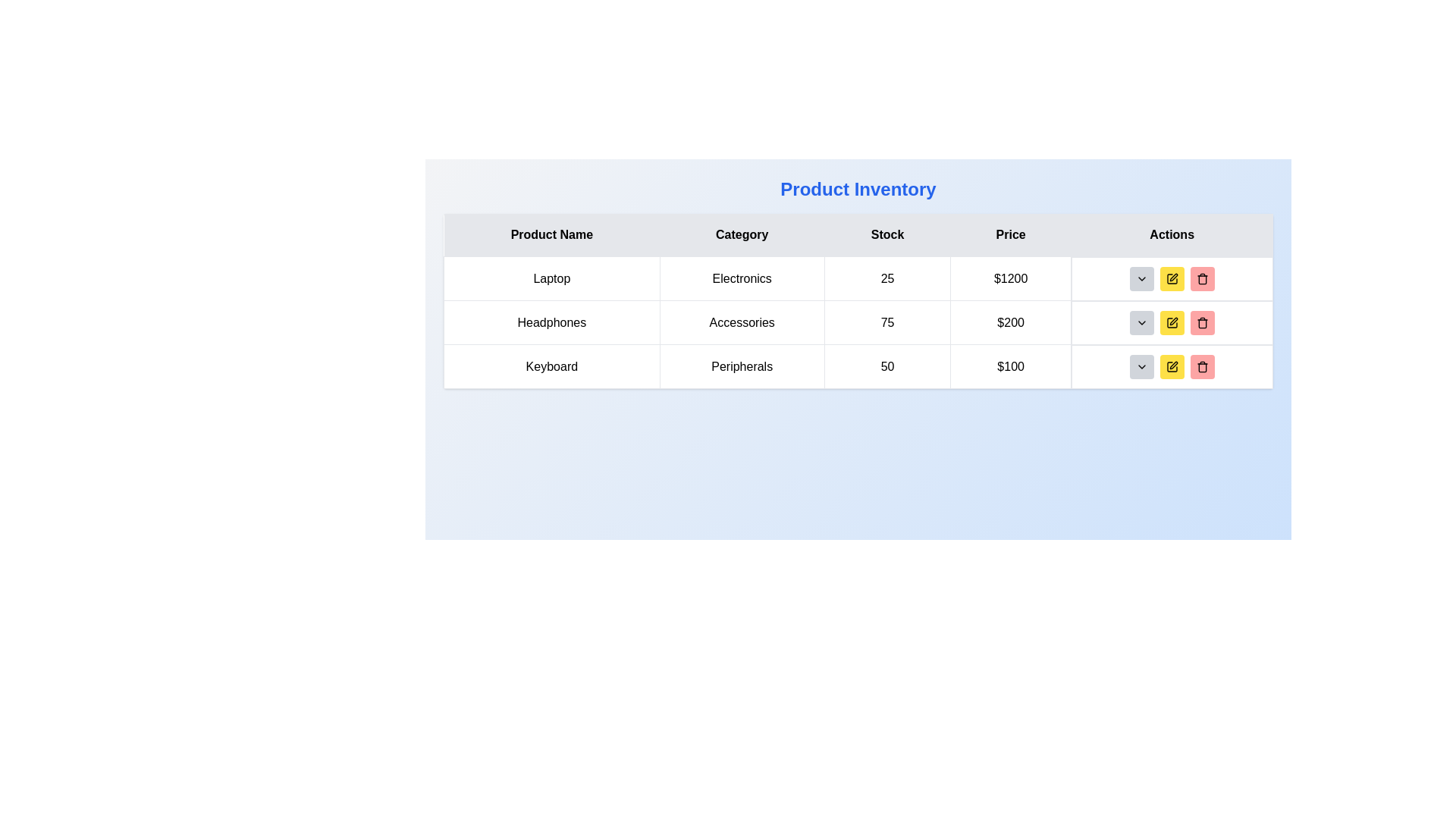 Image resolution: width=1456 pixels, height=819 pixels. Describe the element at coordinates (1011, 278) in the screenshot. I see `the Text label displaying the price of '$1200' in black font, located in the fourth column of the first row of the table under the 'Price' column` at that location.